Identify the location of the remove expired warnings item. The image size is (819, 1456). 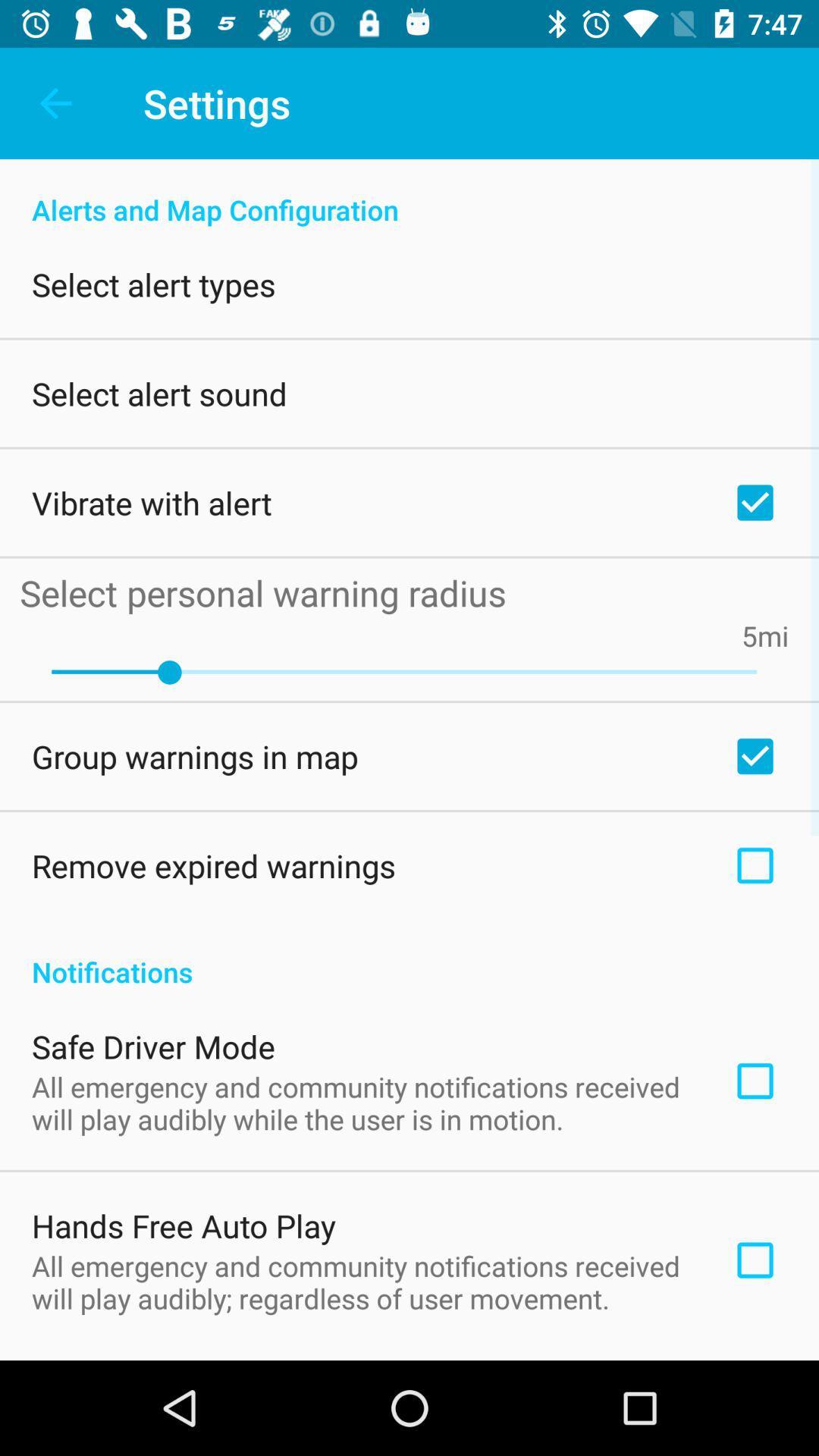
(213, 865).